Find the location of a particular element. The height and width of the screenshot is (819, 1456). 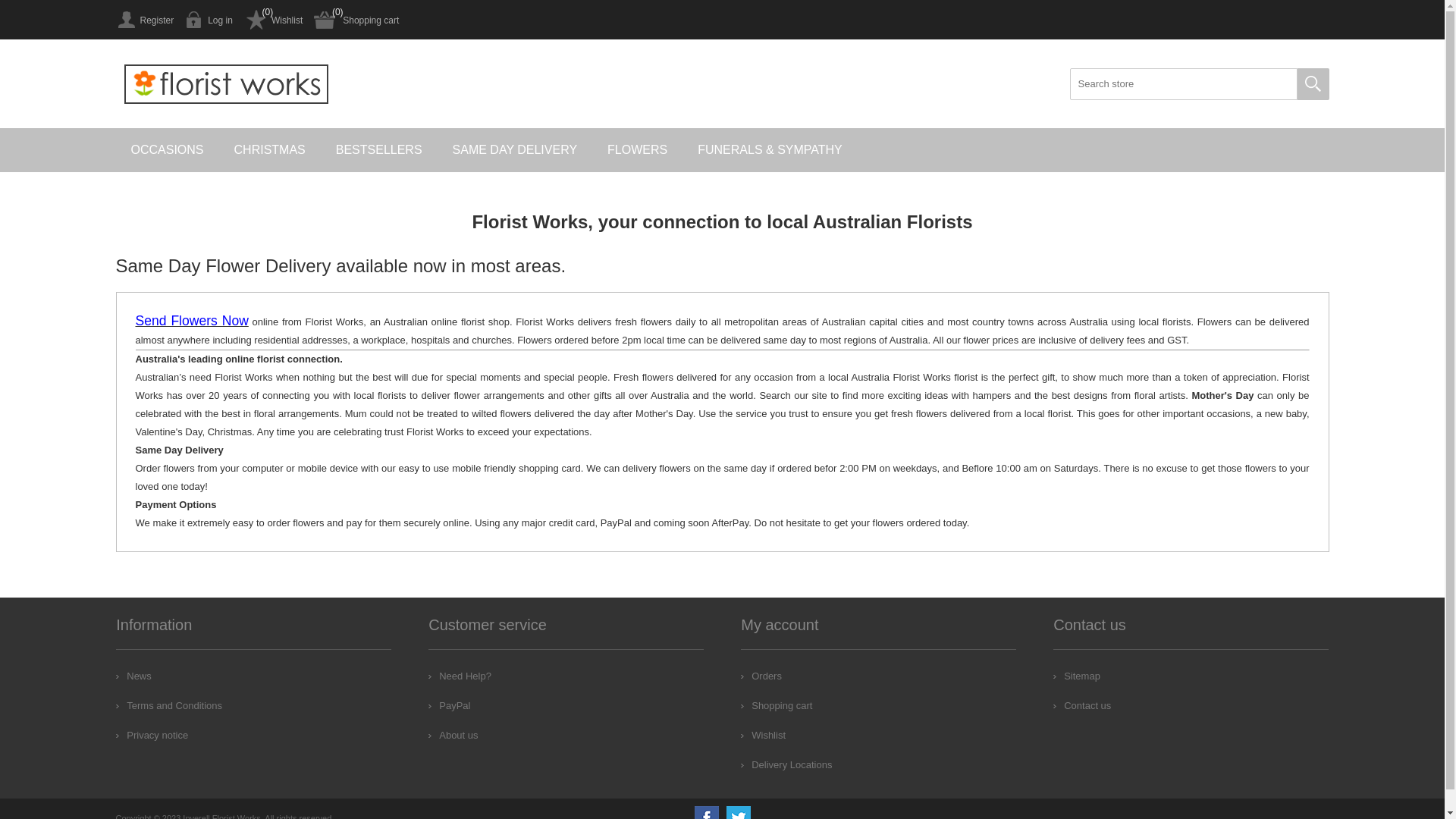

'Need Help?' is located at coordinates (459, 675).